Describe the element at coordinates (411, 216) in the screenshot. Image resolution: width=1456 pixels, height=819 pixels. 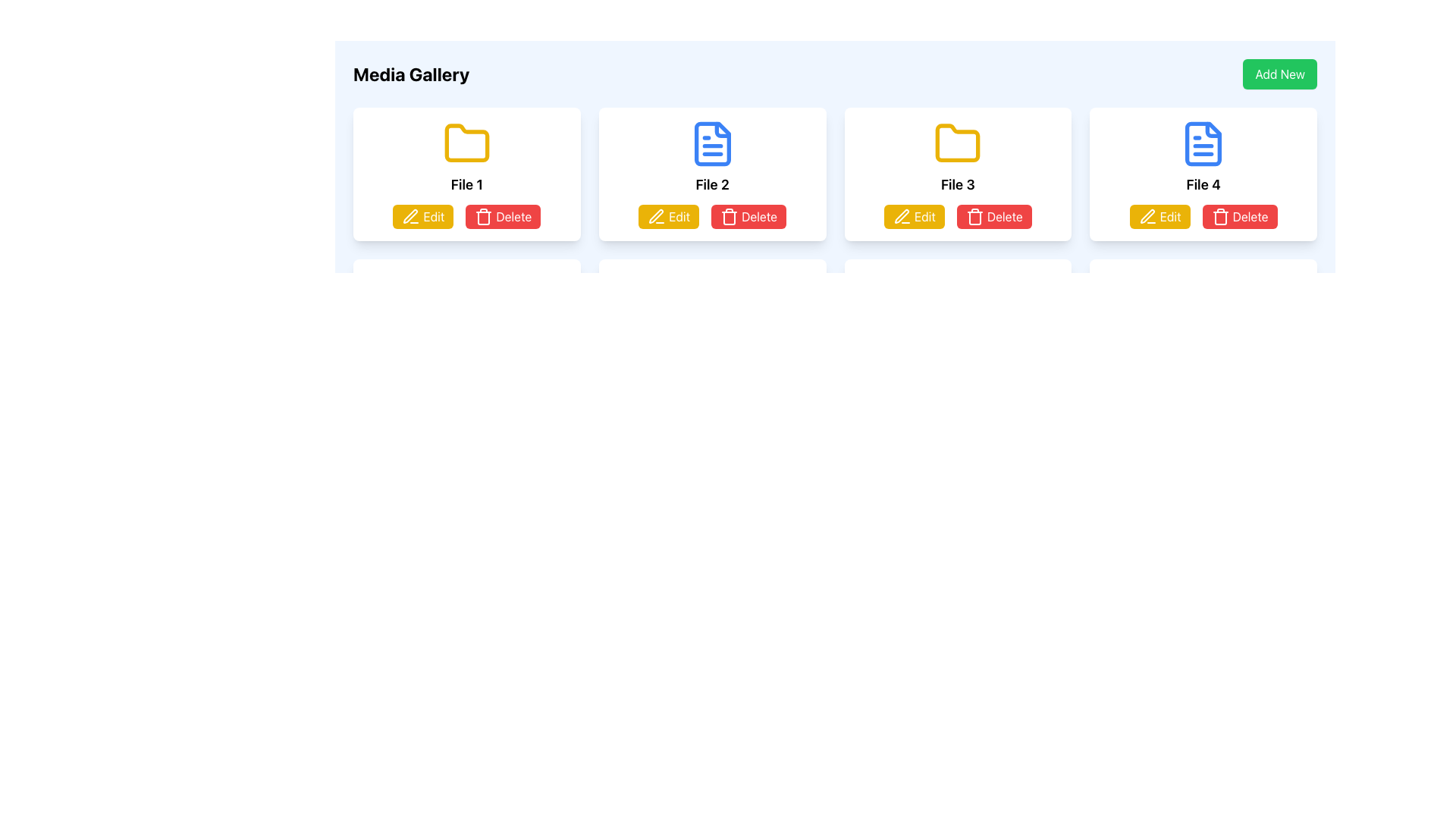
I see `the pencil icon with a yellow background that represents the 'Edit' button located under the 'File 1' card in the first column of the media gallery grid` at that location.